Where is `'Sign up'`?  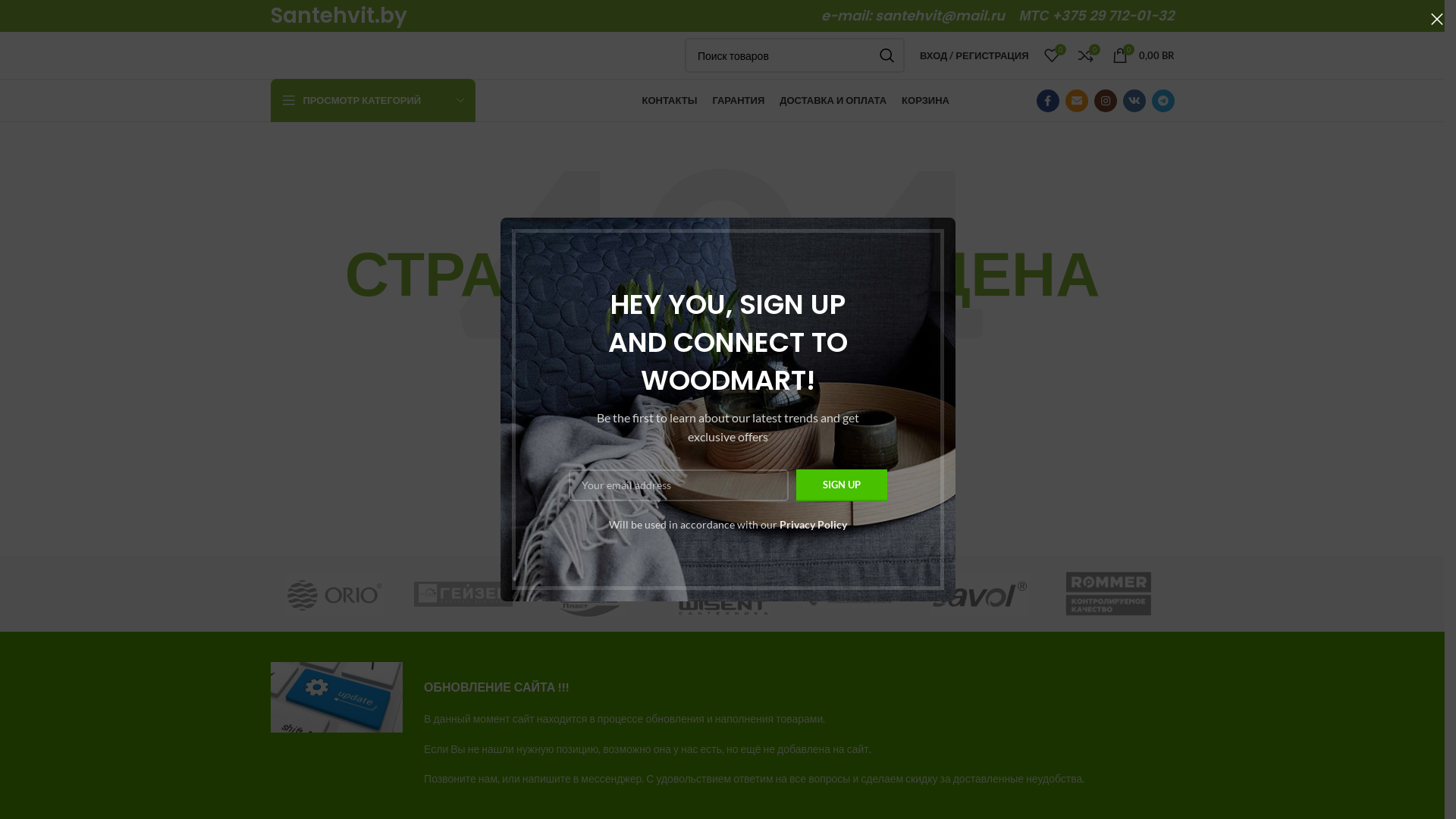 'Sign up' is located at coordinates (795, 485).